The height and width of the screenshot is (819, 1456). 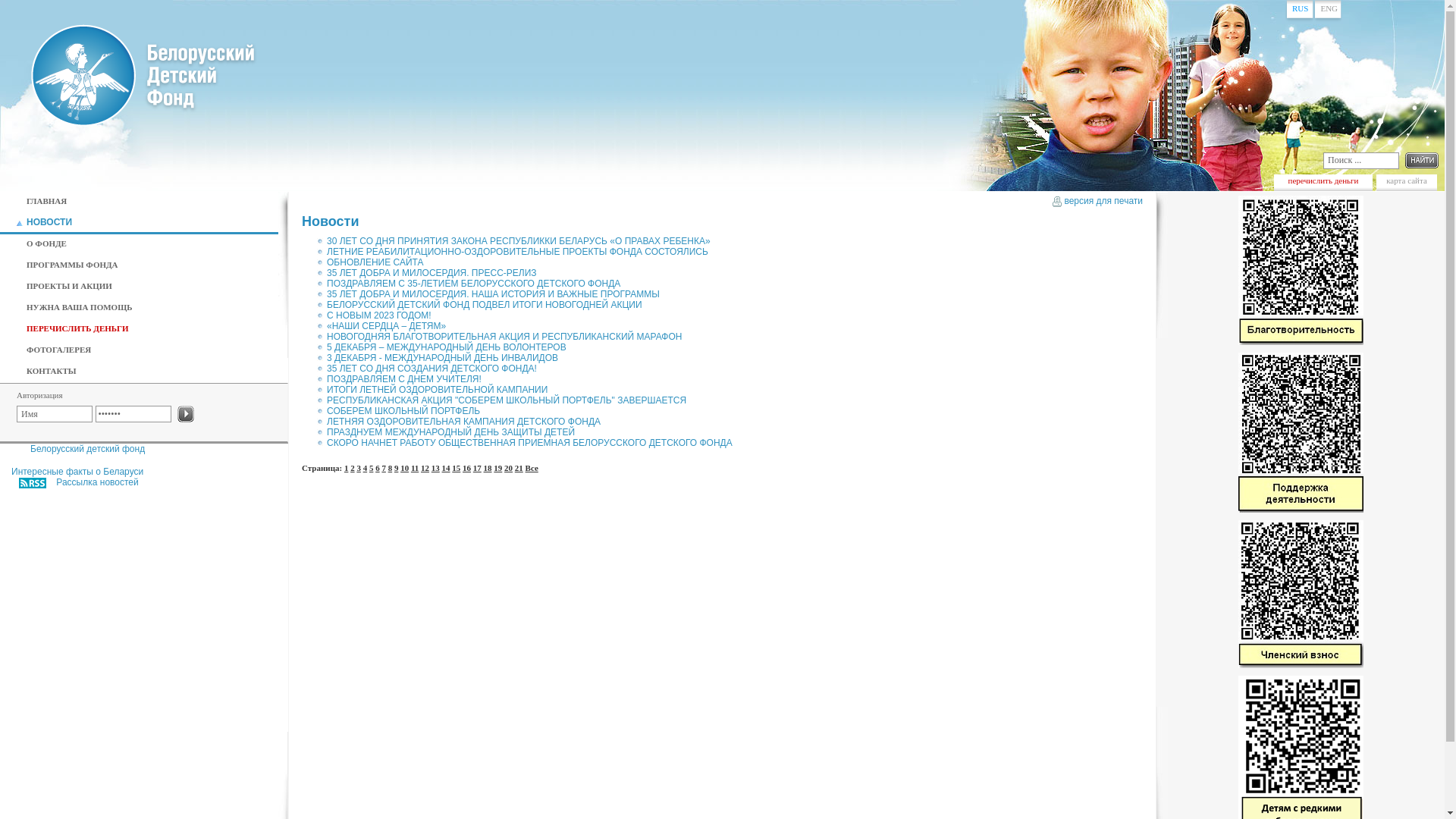 What do you see at coordinates (1299, 593) in the screenshot?
I see `'Membership'` at bounding box center [1299, 593].